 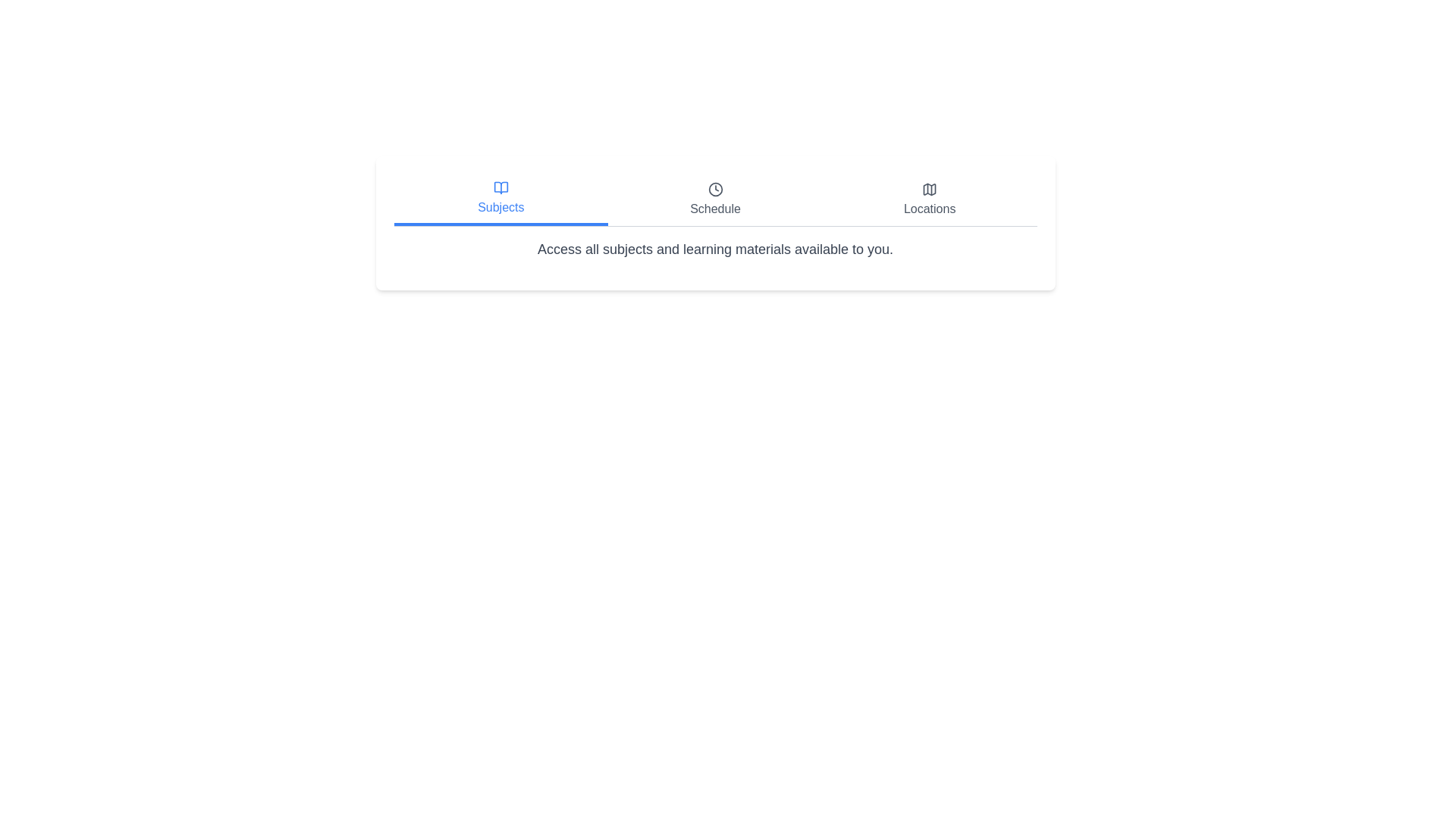 I want to click on the Locations tab, so click(x=929, y=199).